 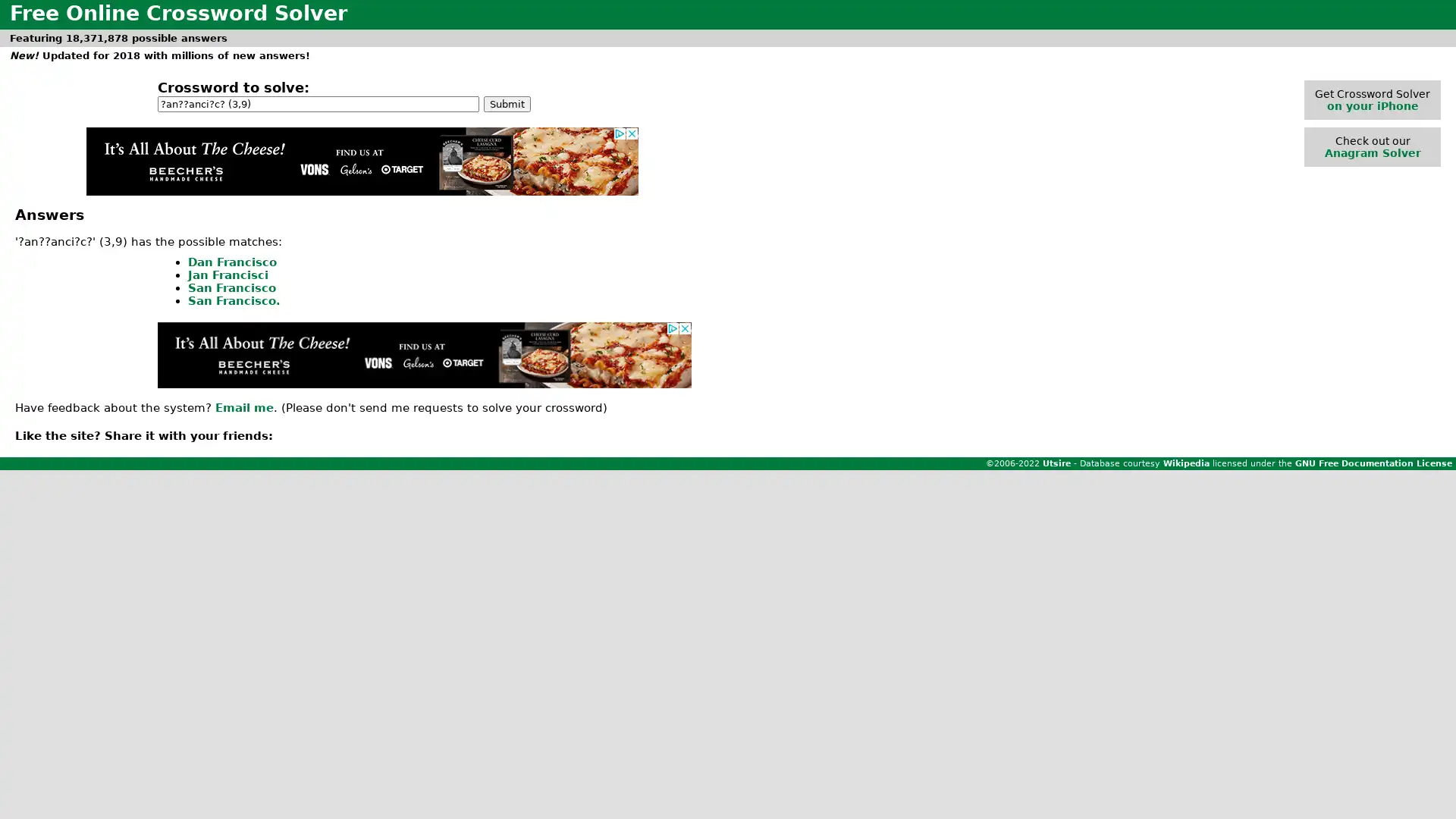 I want to click on Submit, so click(x=507, y=102).